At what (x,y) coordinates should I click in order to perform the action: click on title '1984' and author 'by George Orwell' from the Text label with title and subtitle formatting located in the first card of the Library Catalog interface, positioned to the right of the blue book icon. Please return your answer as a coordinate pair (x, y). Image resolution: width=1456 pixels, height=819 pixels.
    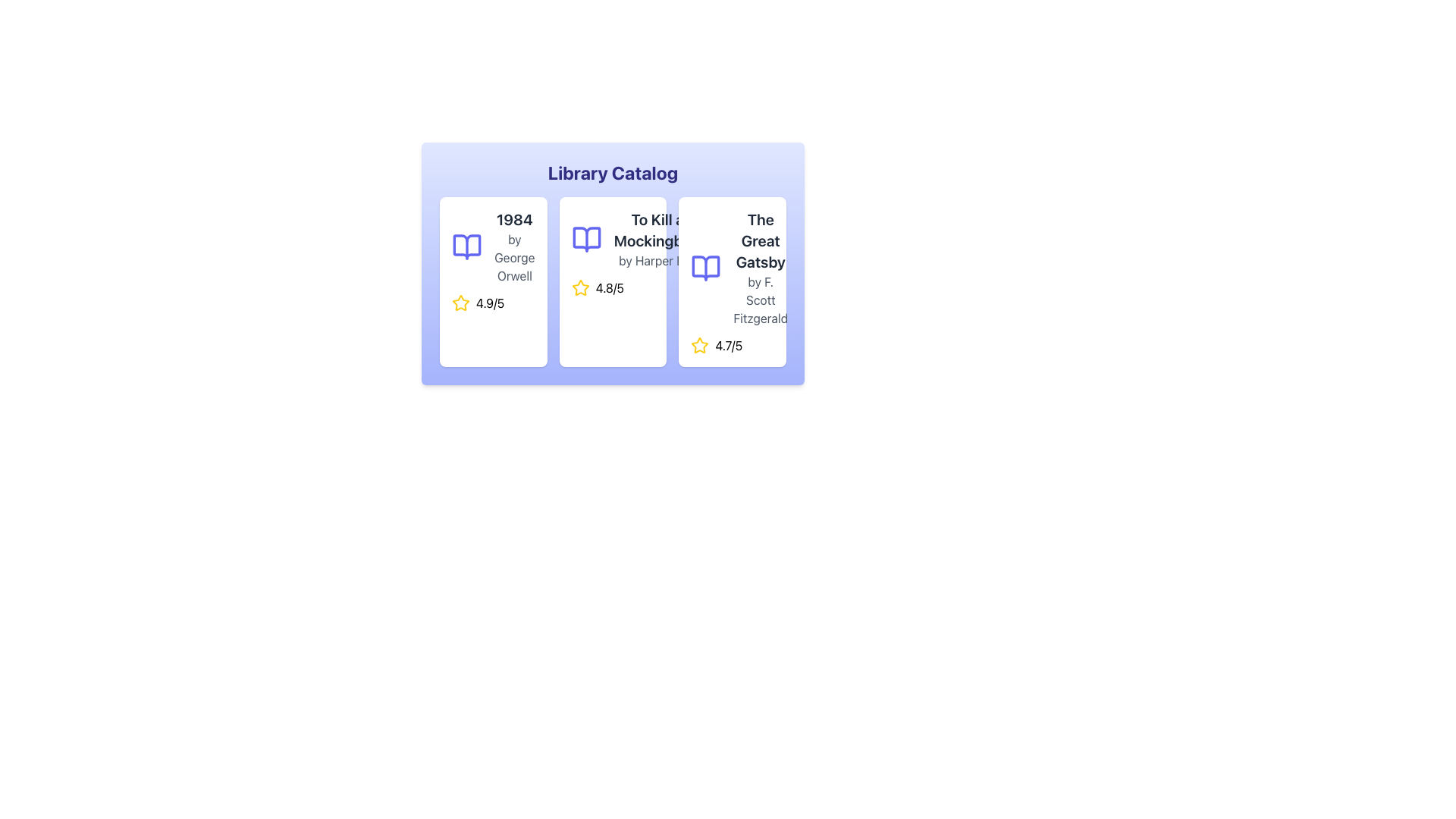
    Looking at the image, I should click on (493, 246).